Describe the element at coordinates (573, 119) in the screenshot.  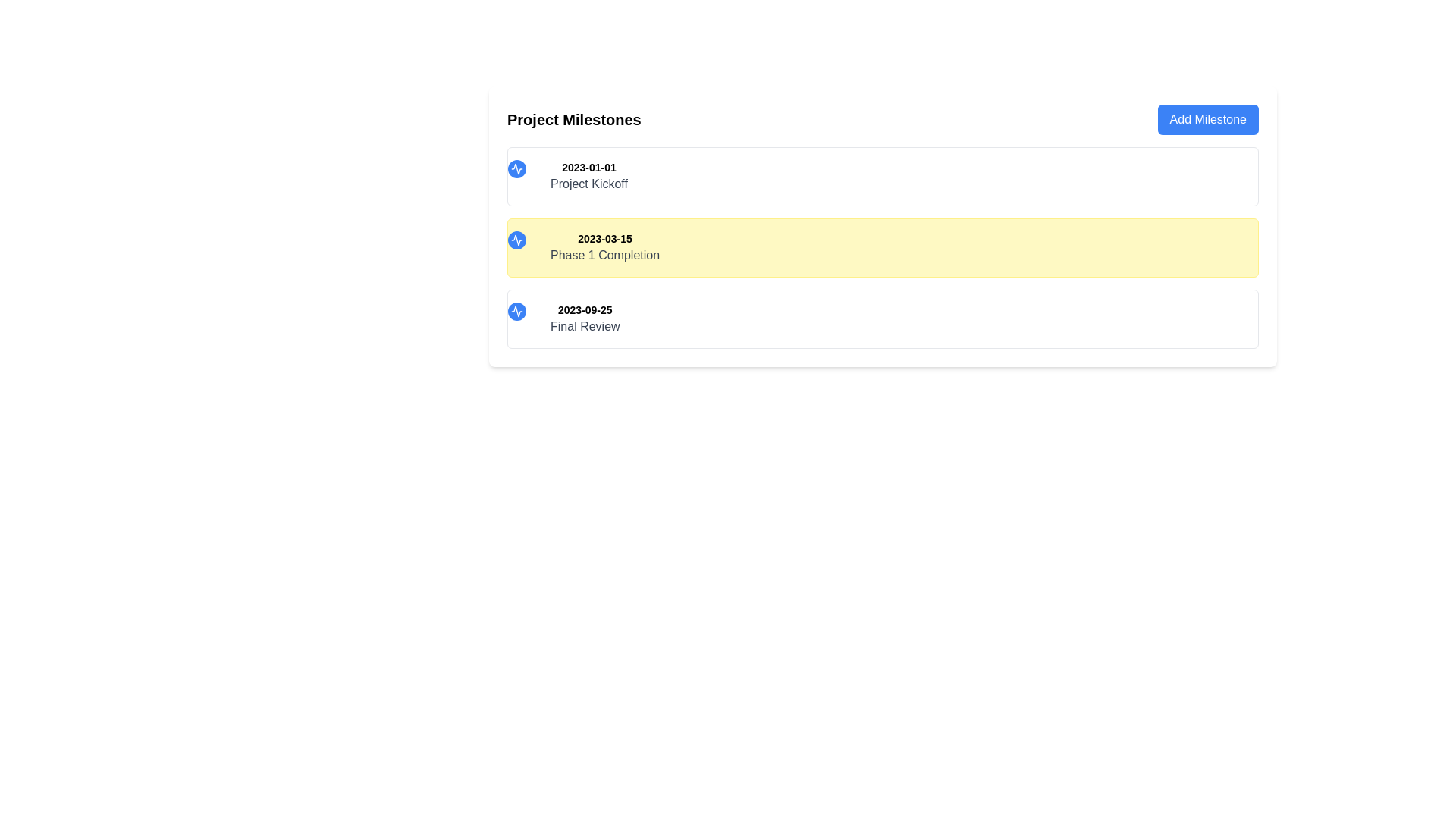
I see `bold text 'Project Milestones' located in the upper-left area of the white card-like section` at that location.